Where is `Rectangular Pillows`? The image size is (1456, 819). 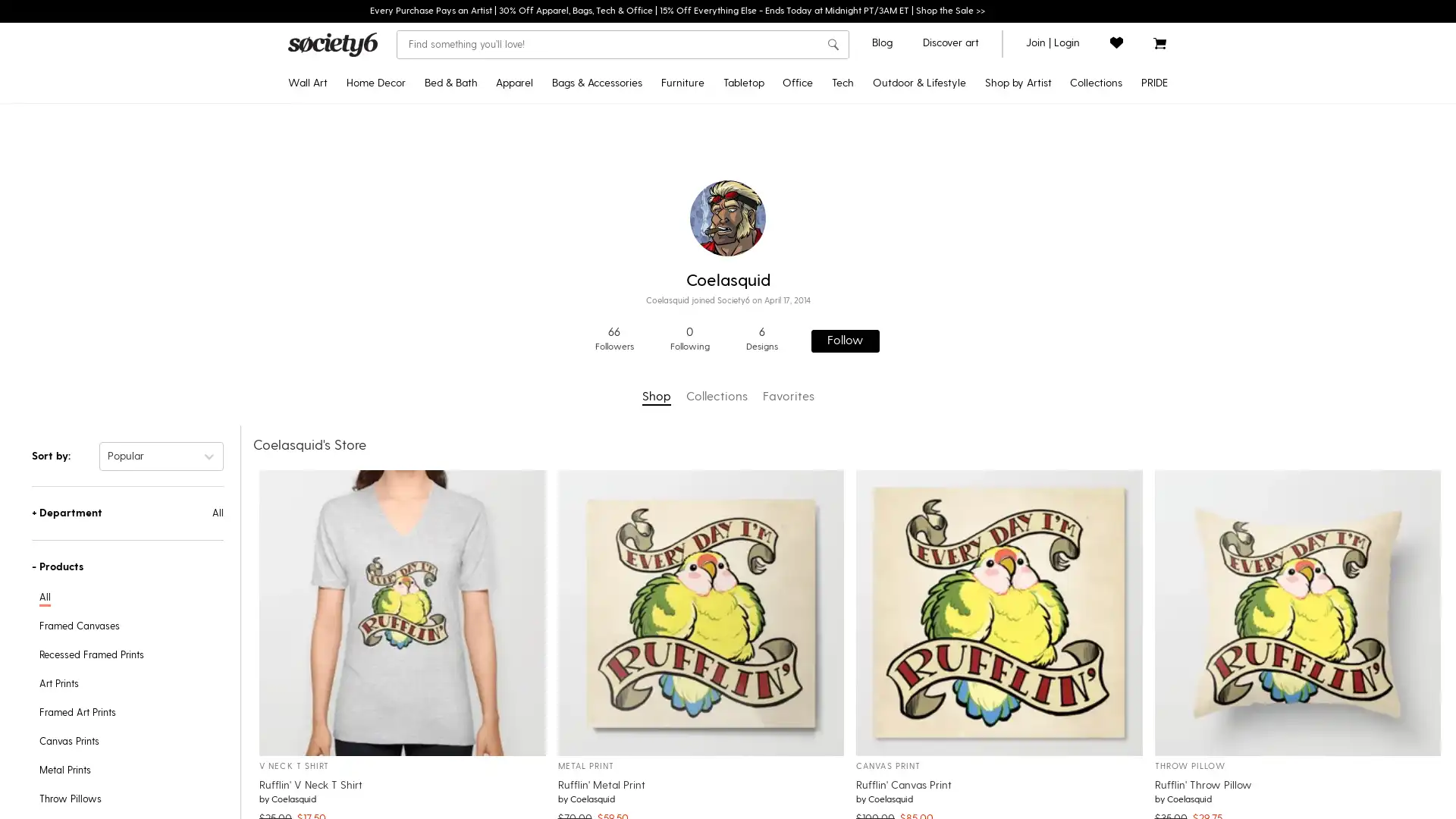 Rectangular Pillows is located at coordinates (404, 170).